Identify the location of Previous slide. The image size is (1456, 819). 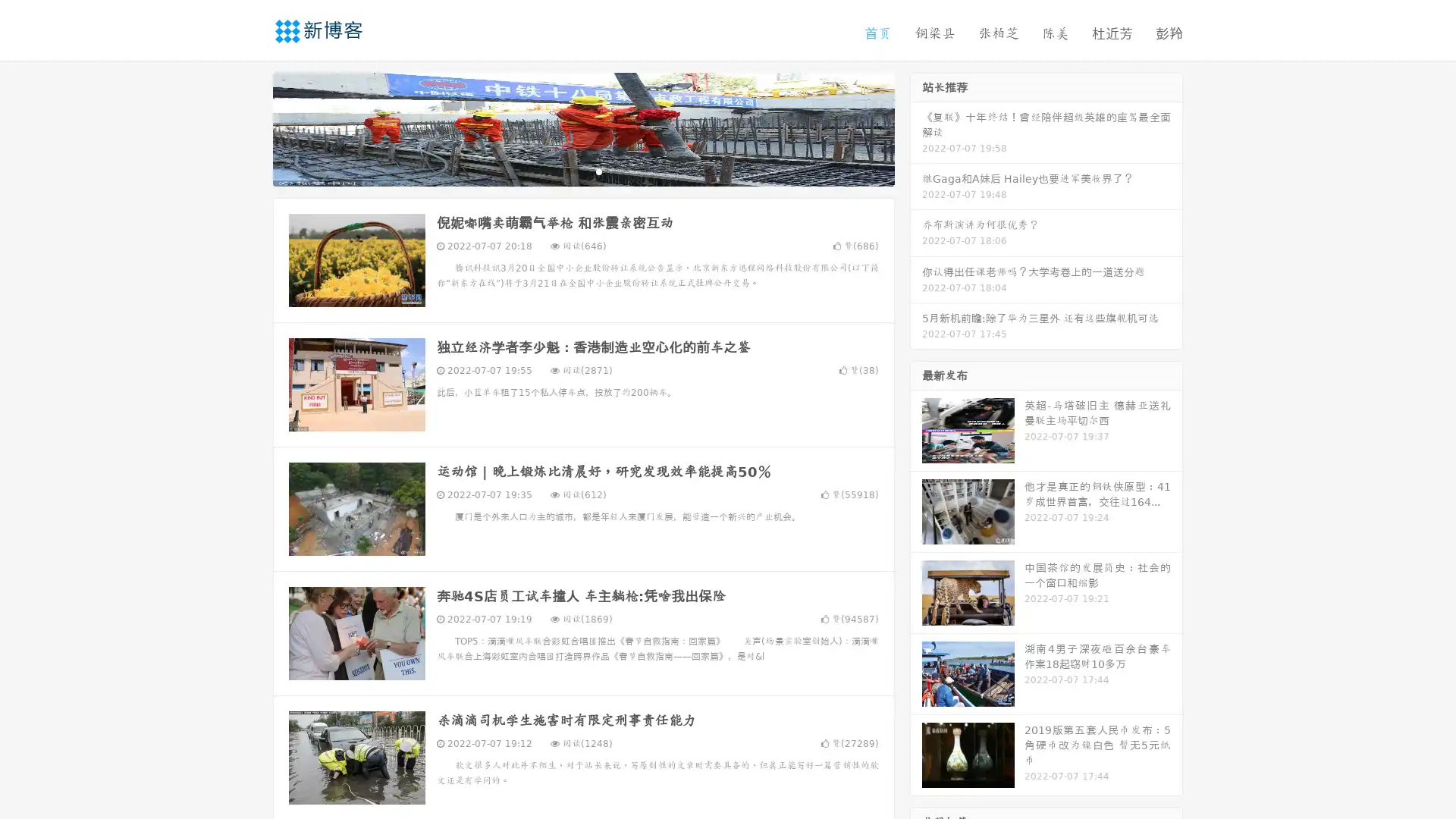
(250, 127).